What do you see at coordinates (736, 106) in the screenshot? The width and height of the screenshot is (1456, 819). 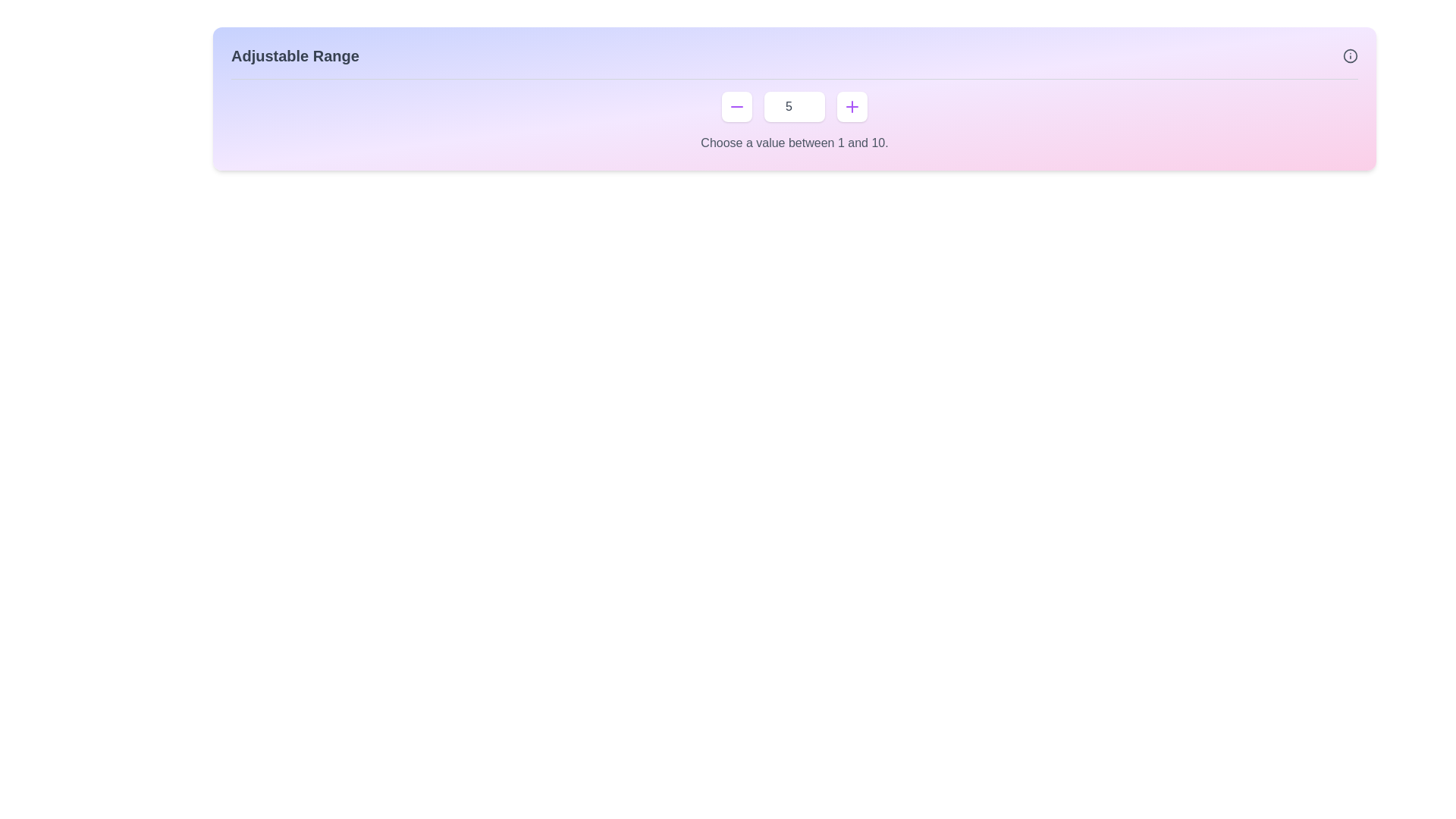 I see `the decrement button located to the left of the numeric display '5' in the range slider component to reduce the displayed value` at bounding box center [736, 106].